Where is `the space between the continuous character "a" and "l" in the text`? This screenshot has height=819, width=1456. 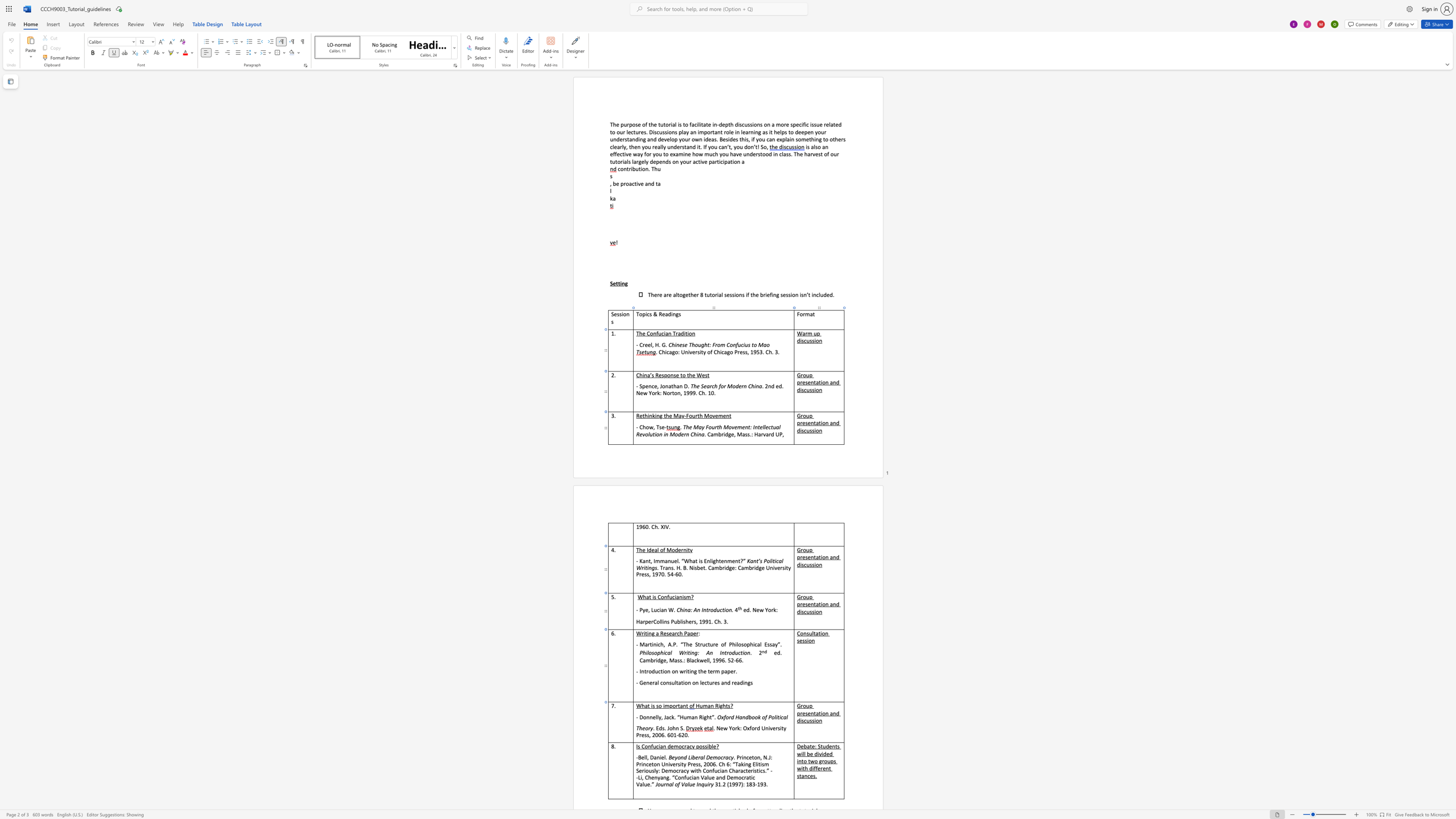
the space between the continuous character "a" and "l" in the text is located at coordinates (759, 643).